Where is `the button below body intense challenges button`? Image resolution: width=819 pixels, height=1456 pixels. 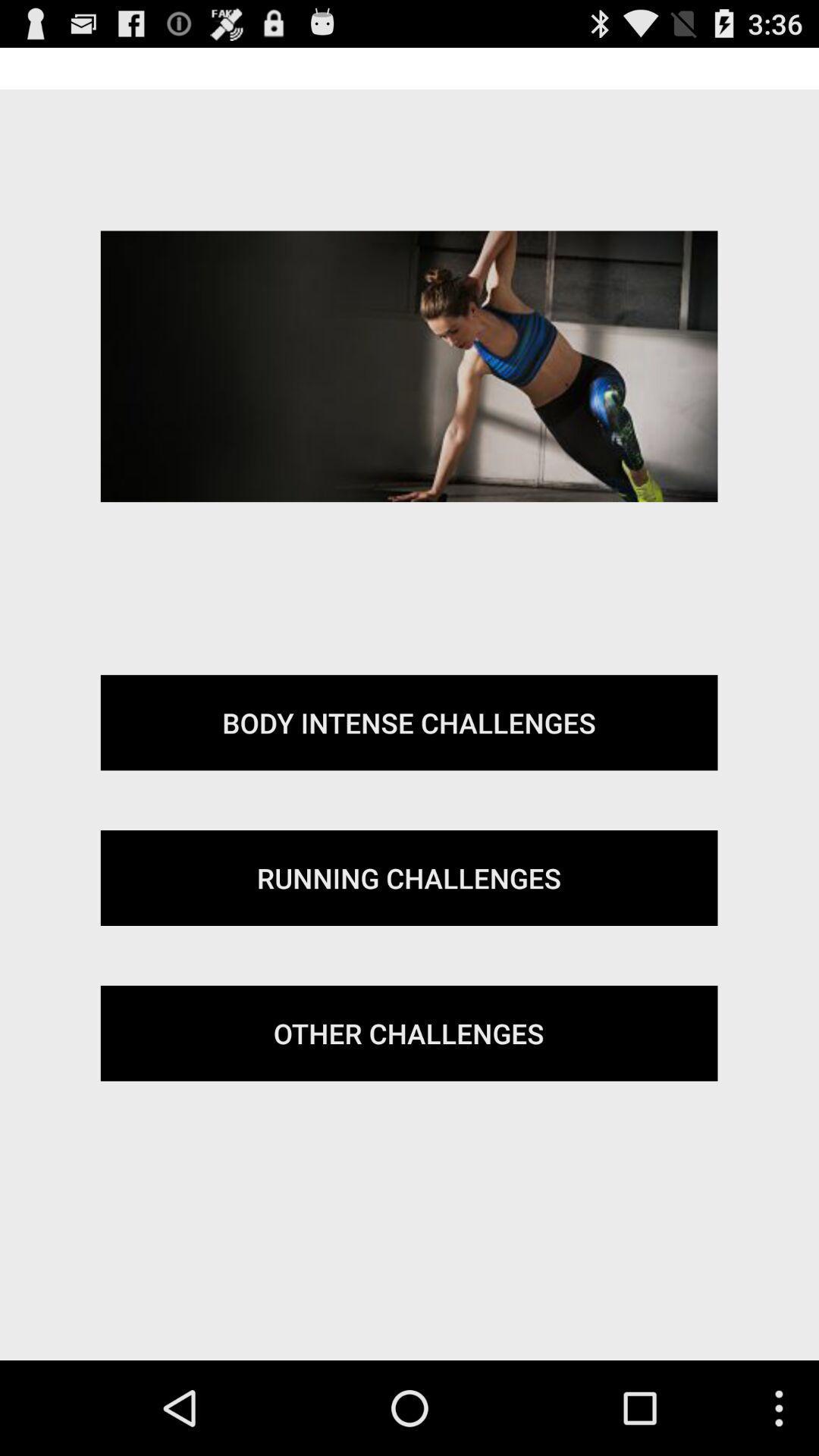 the button below body intense challenges button is located at coordinates (408, 877).